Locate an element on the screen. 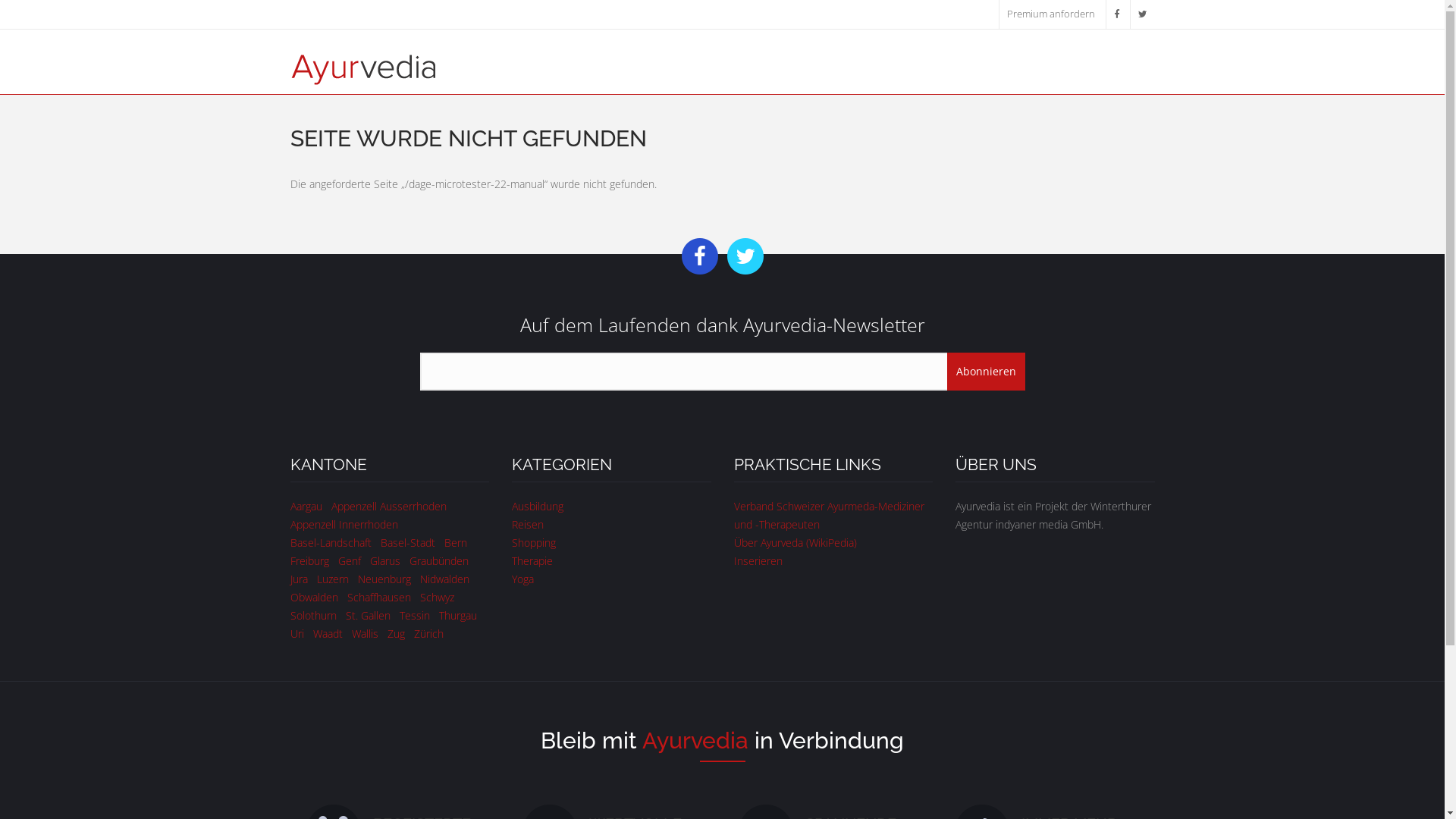 The width and height of the screenshot is (1456, 819). 'Zug' is located at coordinates (395, 633).